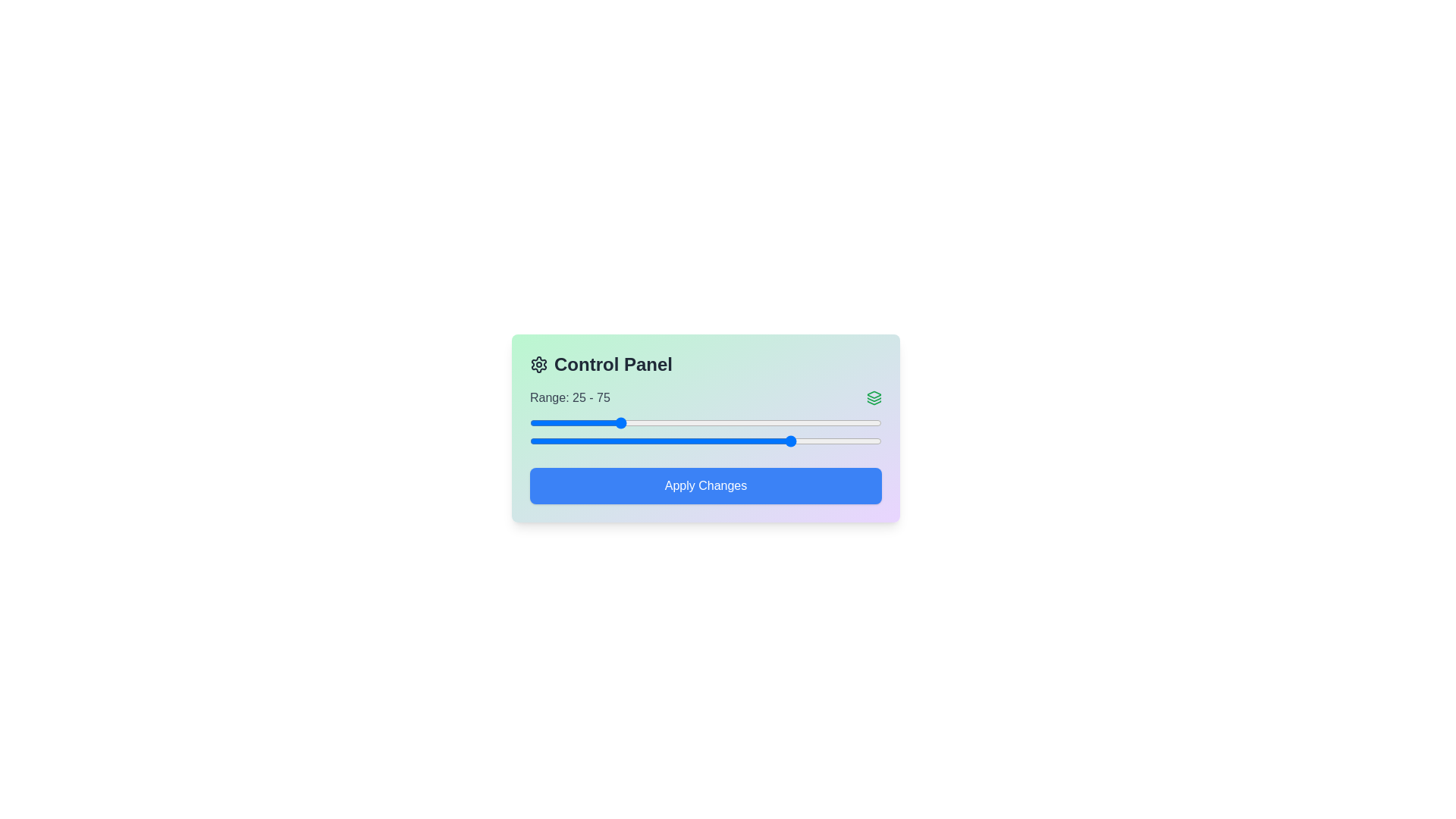 The width and height of the screenshot is (1456, 819). What do you see at coordinates (708, 423) in the screenshot?
I see `the left slider to set the starting value to 51` at bounding box center [708, 423].